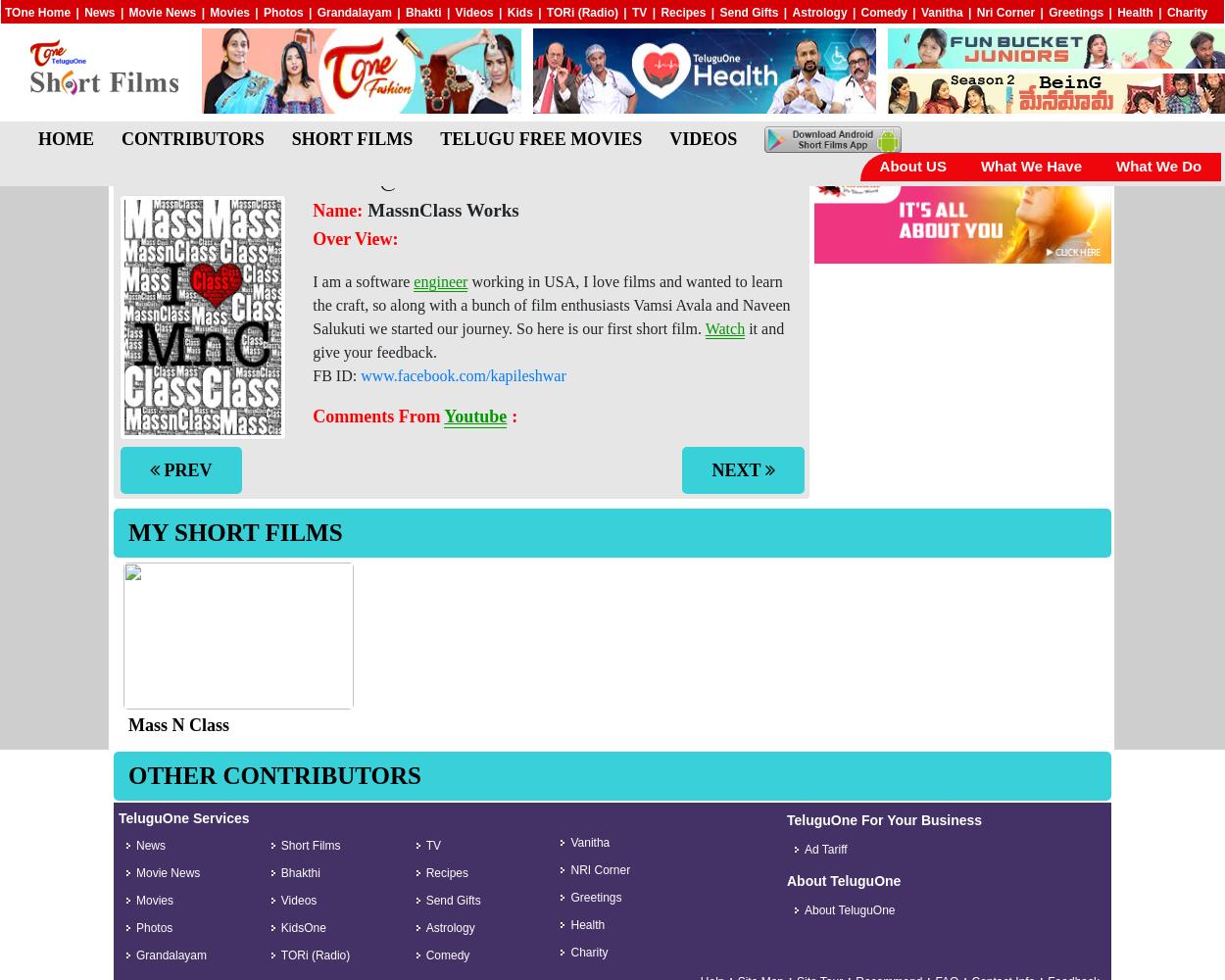  I want to click on 'Astrology', so click(792, 13).